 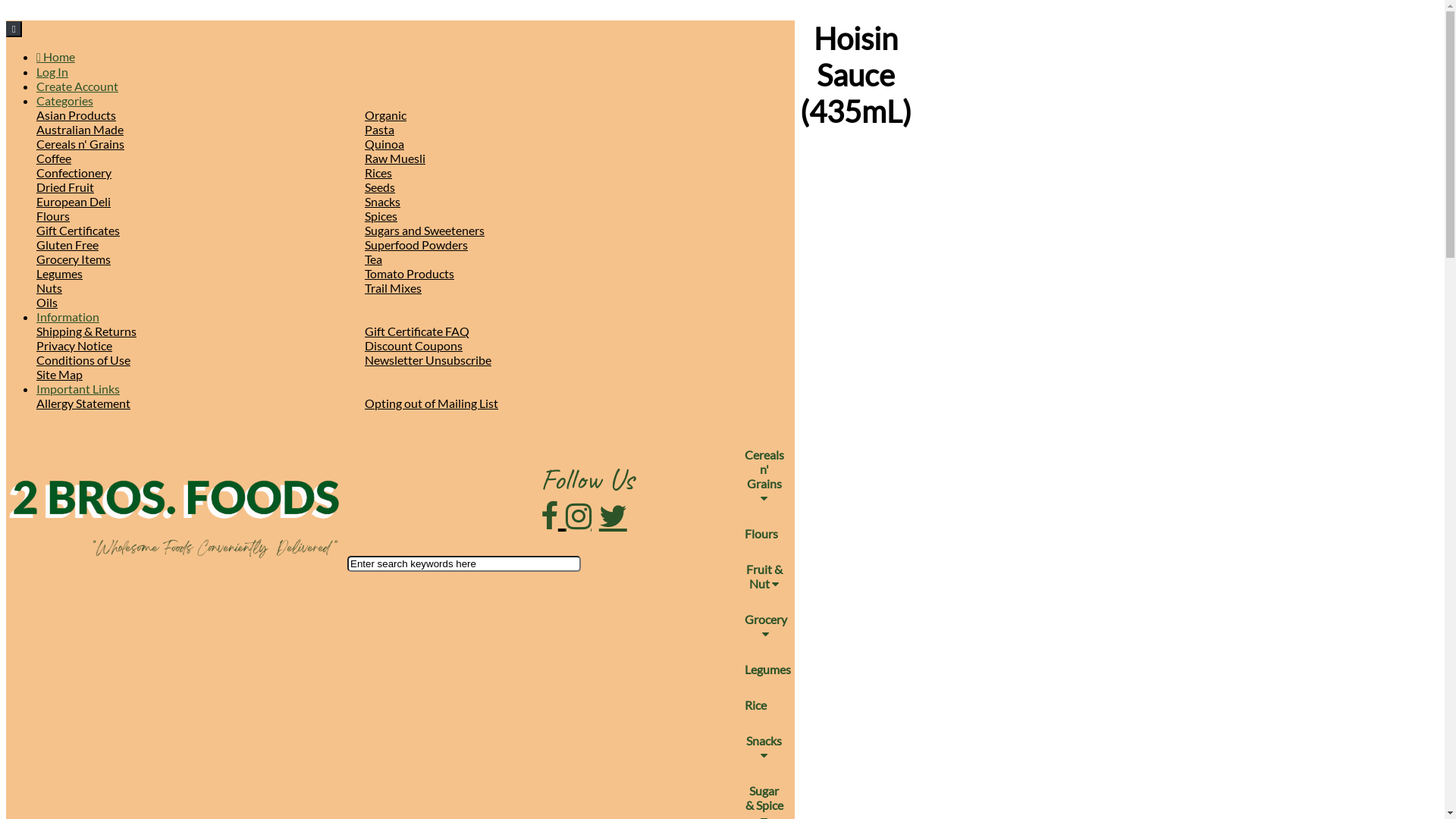 What do you see at coordinates (379, 186) in the screenshot?
I see `'Seeds'` at bounding box center [379, 186].